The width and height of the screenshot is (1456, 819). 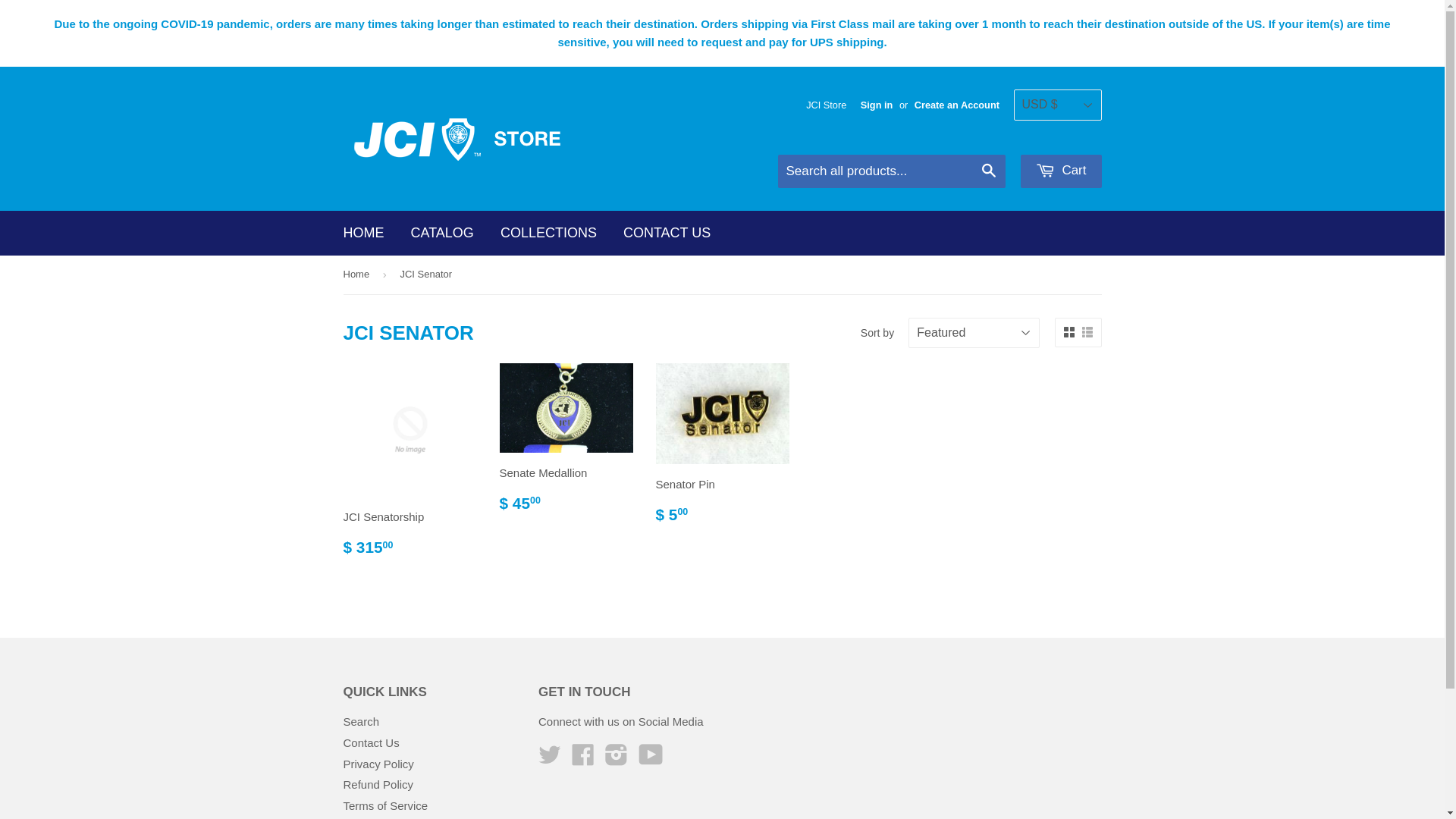 What do you see at coordinates (564, 444) in the screenshot?
I see `'Senate Medallion` at bounding box center [564, 444].